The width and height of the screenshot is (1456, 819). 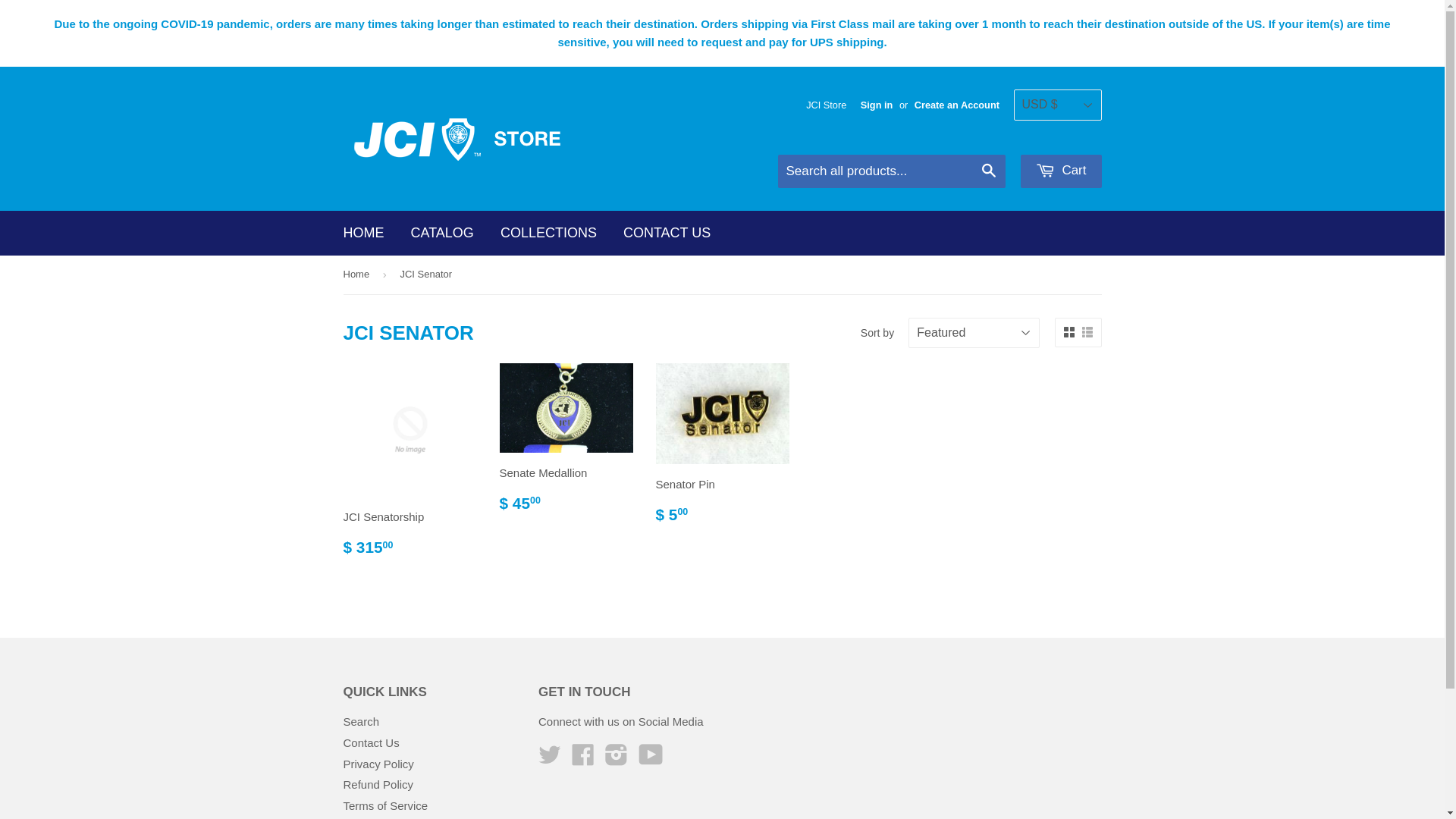 What do you see at coordinates (564, 444) in the screenshot?
I see `'Senate Medallion` at bounding box center [564, 444].